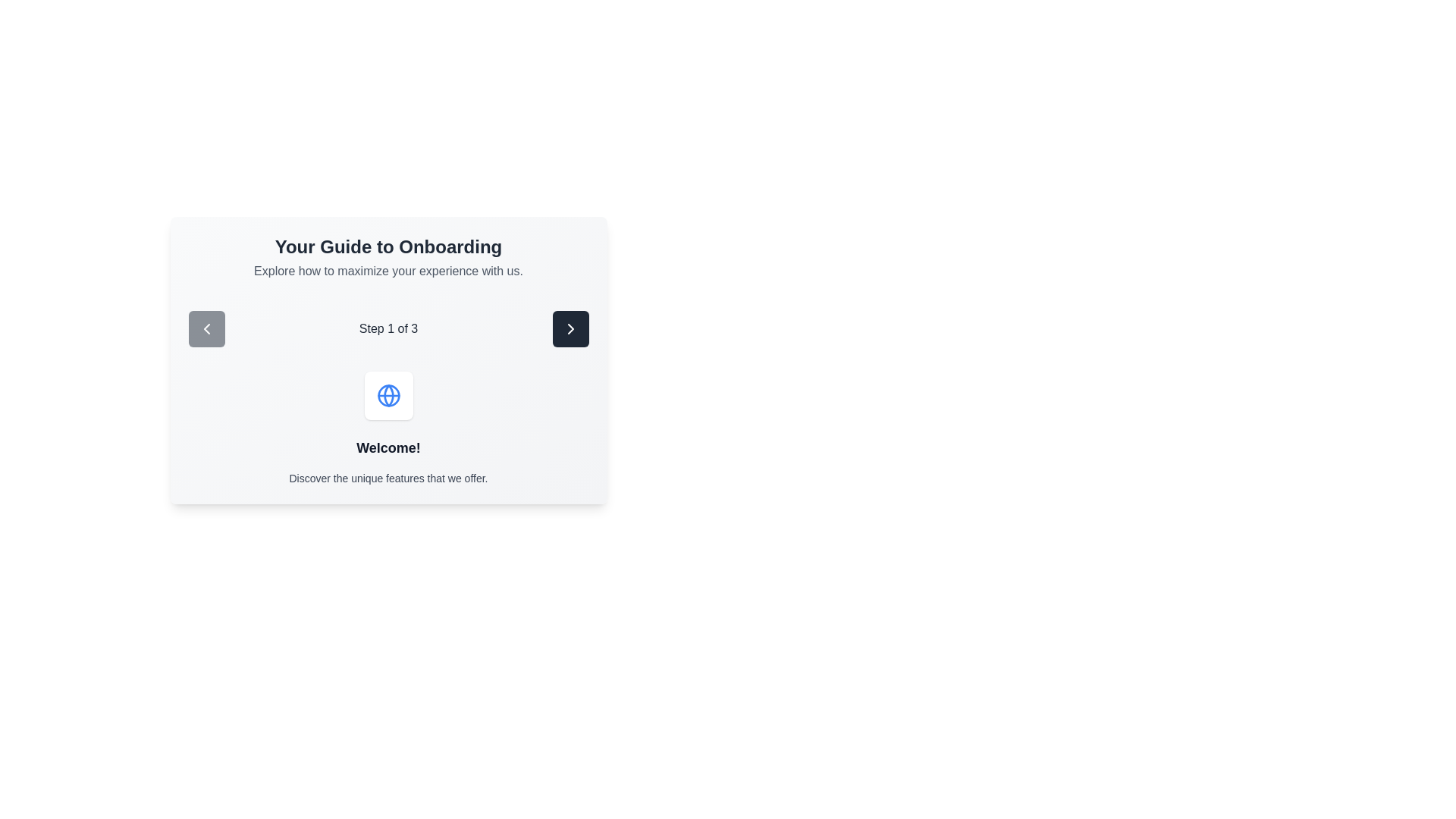 This screenshot has height=819, width=1456. Describe the element at coordinates (388, 394) in the screenshot. I see `the globe icon with a blue circular outline and internal curved lines, which is centrally placed in a white, rounded box, for information` at that location.